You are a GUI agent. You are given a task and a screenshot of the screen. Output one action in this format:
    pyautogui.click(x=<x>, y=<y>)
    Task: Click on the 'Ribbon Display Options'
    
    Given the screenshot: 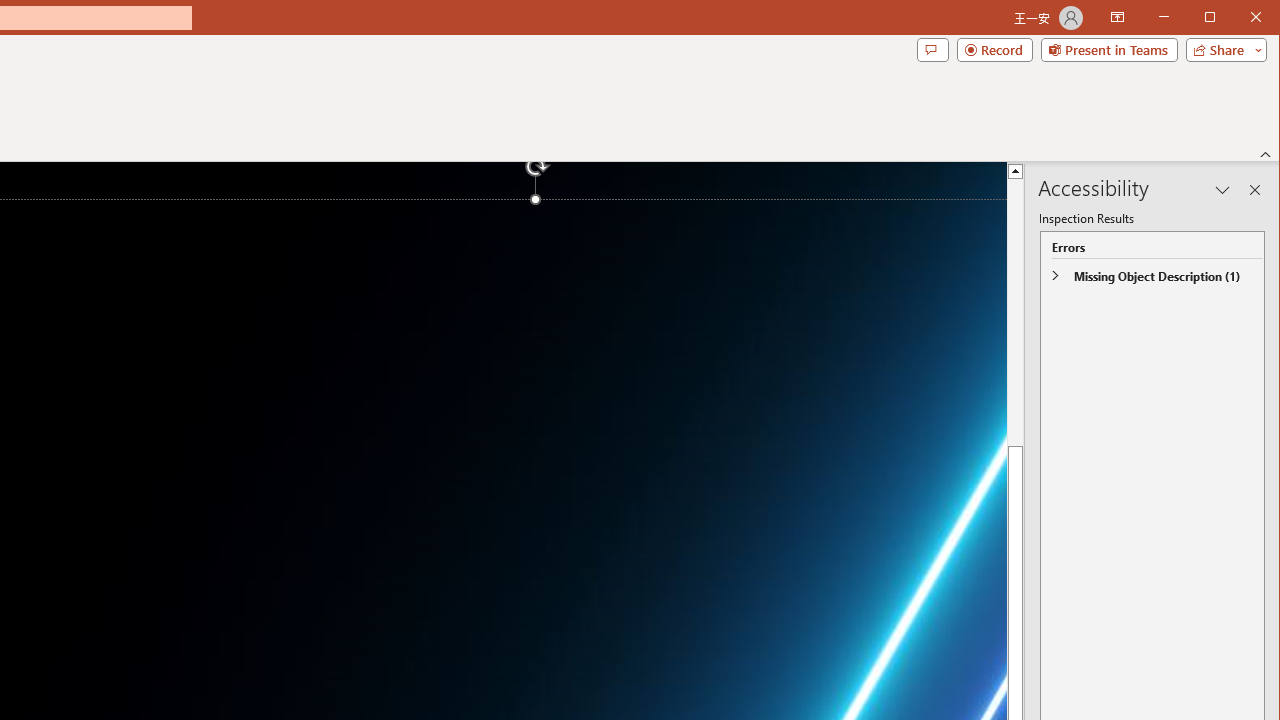 What is the action you would take?
    pyautogui.click(x=1116, y=18)
    